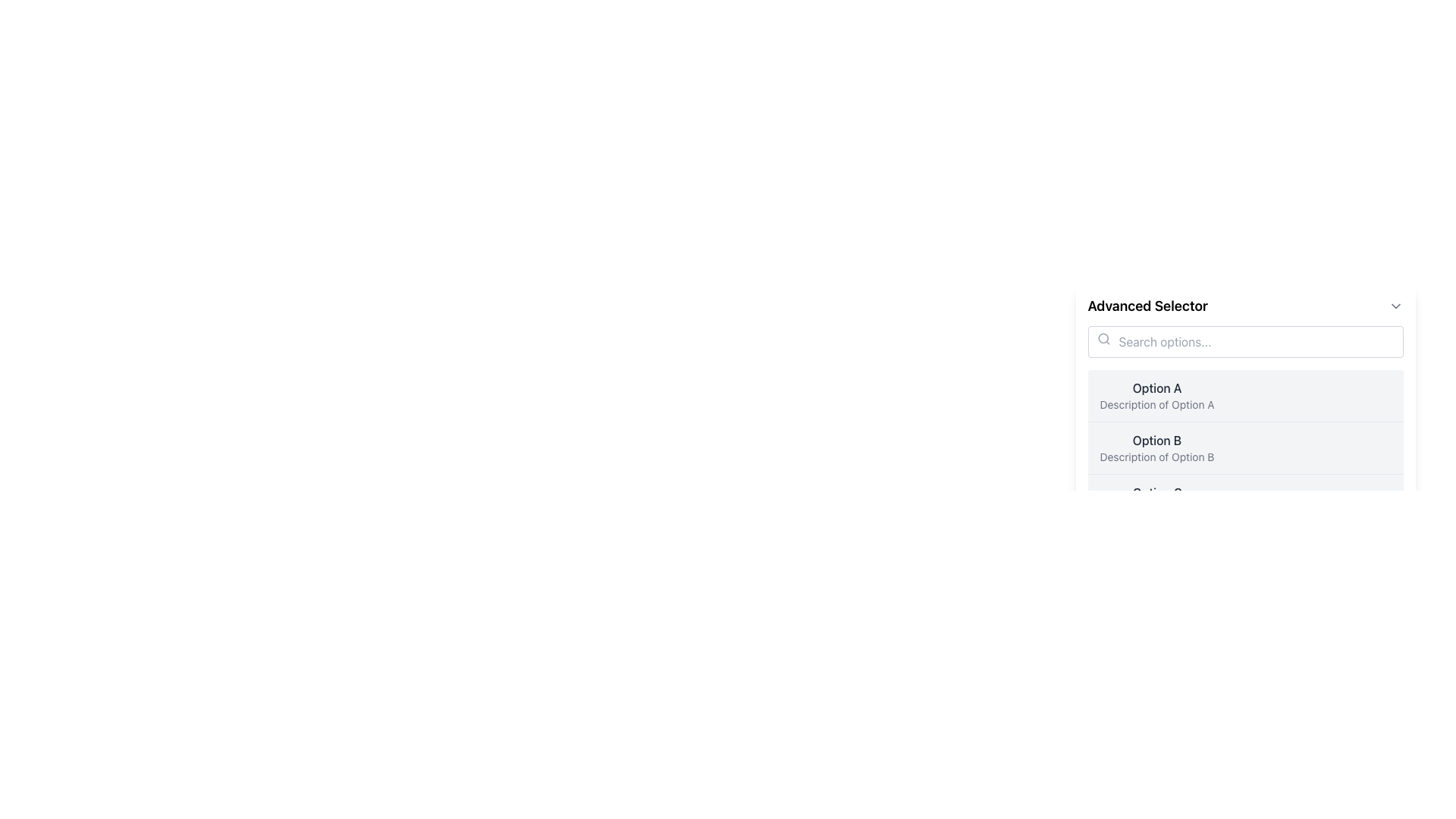  What do you see at coordinates (1103, 338) in the screenshot?
I see `the magnifying glass icon located at the top-left corner of the 'Search options...' text input box` at bounding box center [1103, 338].